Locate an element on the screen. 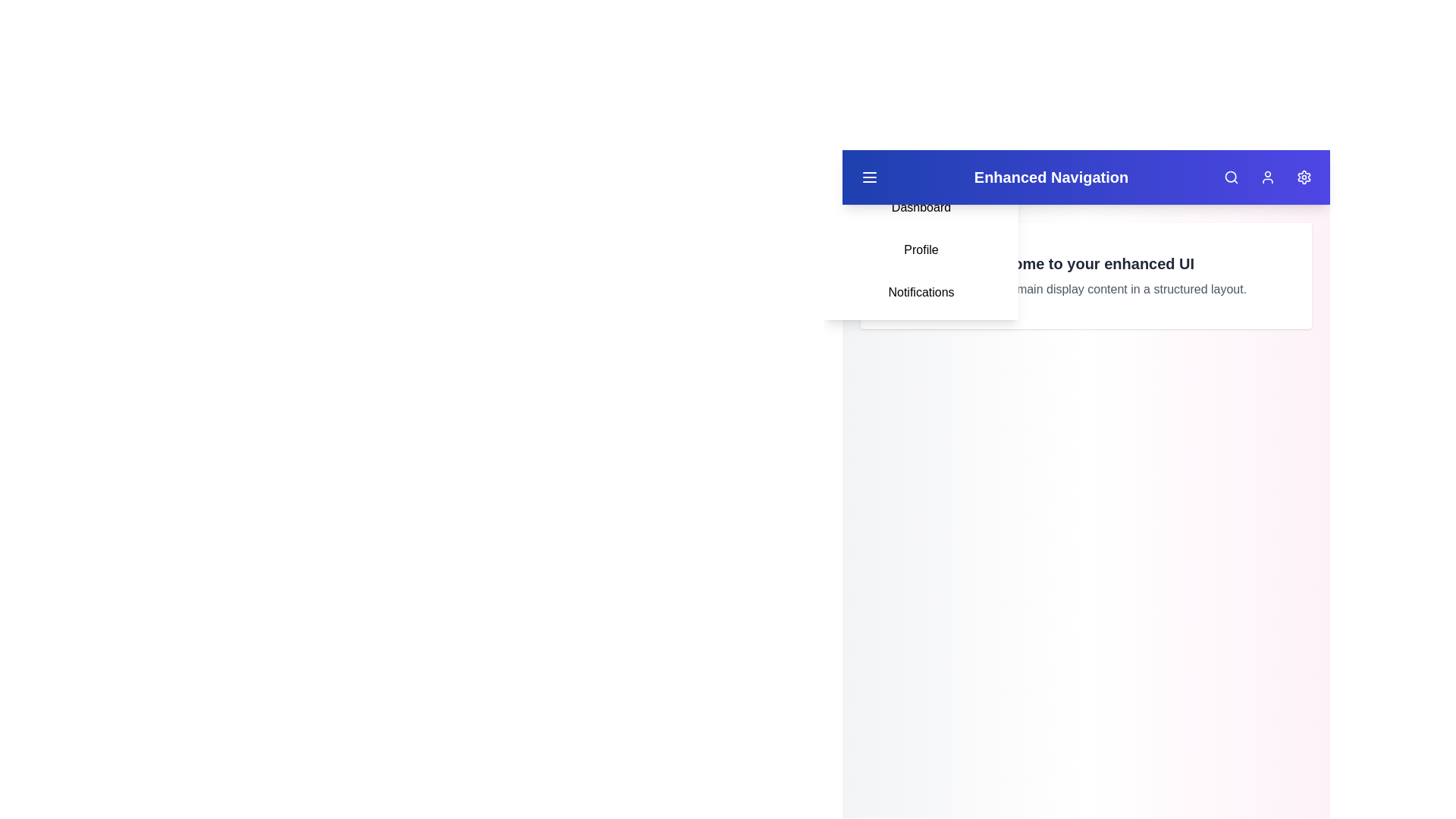  the 'Dashboard' option in the menu to navigate to the Dashboard section is located at coordinates (920, 207).